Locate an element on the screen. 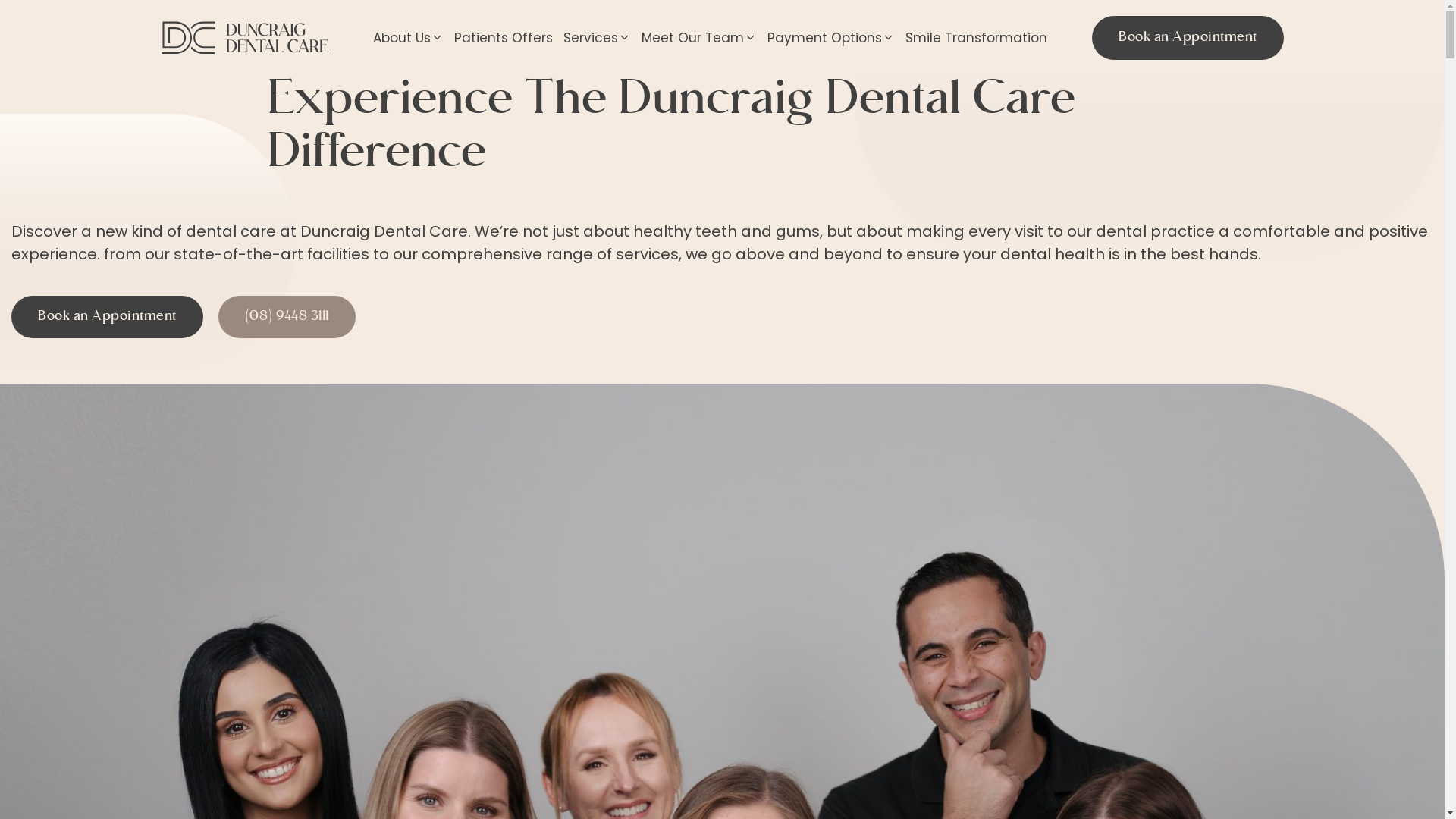  'Patients Offers' is located at coordinates (503, 37).